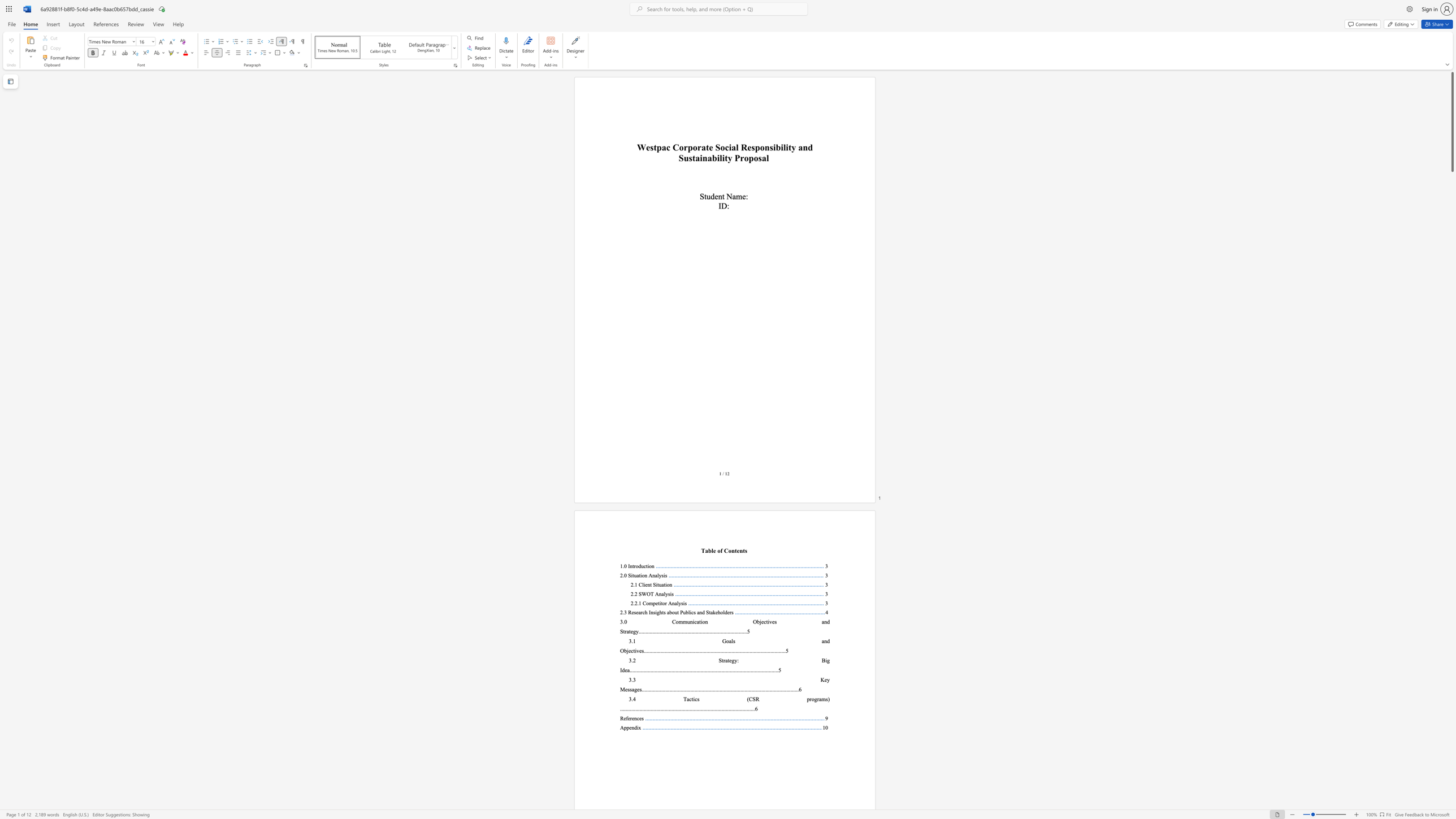 This screenshot has height=819, width=1456. What do you see at coordinates (671, 689) in the screenshot?
I see `the 22th character "." in the text` at bounding box center [671, 689].